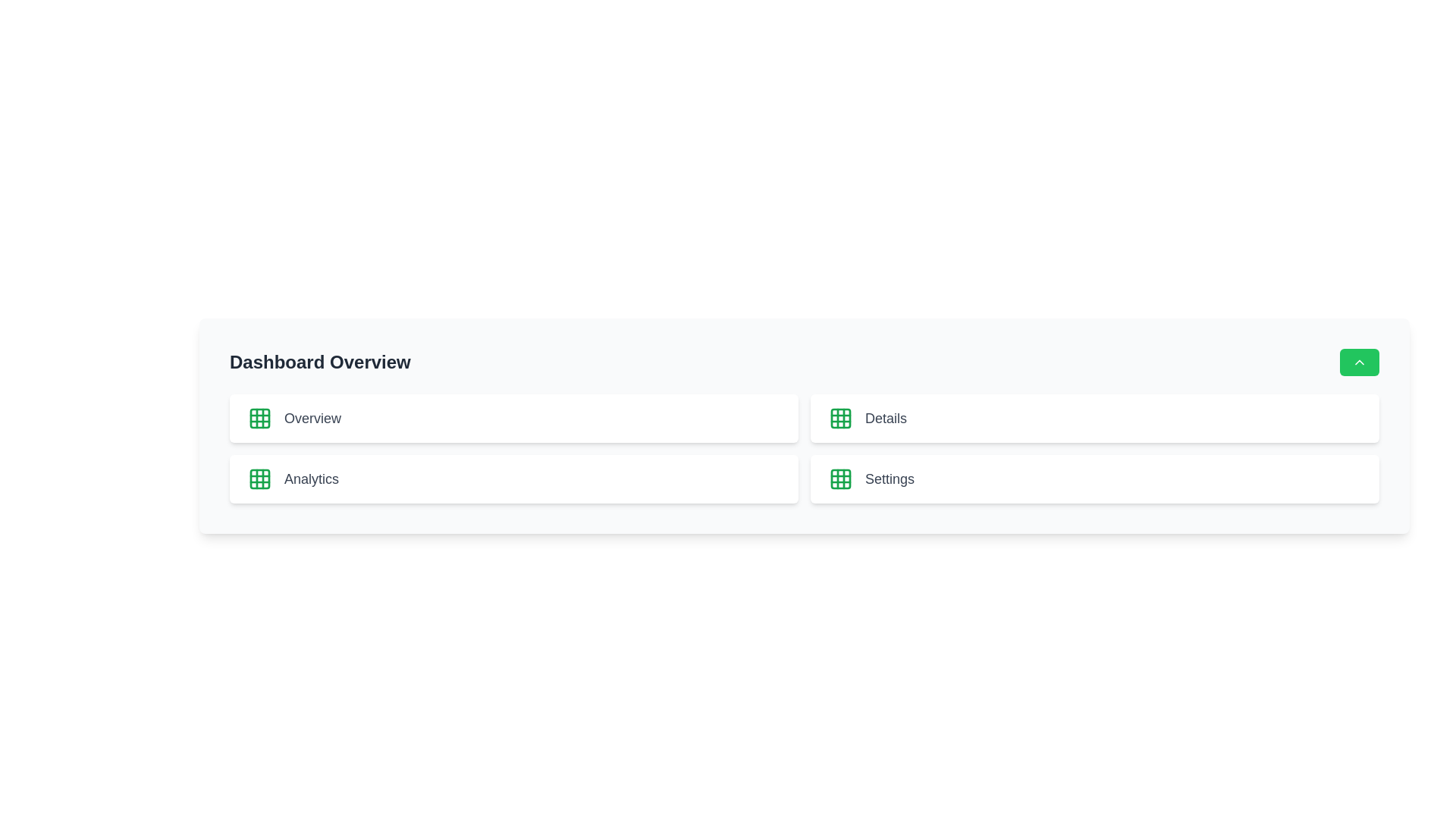 The height and width of the screenshot is (819, 1456). What do you see at coordinates (839, 479) in the screenshot?
I see `the top-left corner grid cell icon with rounded corners, styled in green with a white center, located in the 3x3 grid on the right side of the 'Details' card` at bounding box center [839, 479].